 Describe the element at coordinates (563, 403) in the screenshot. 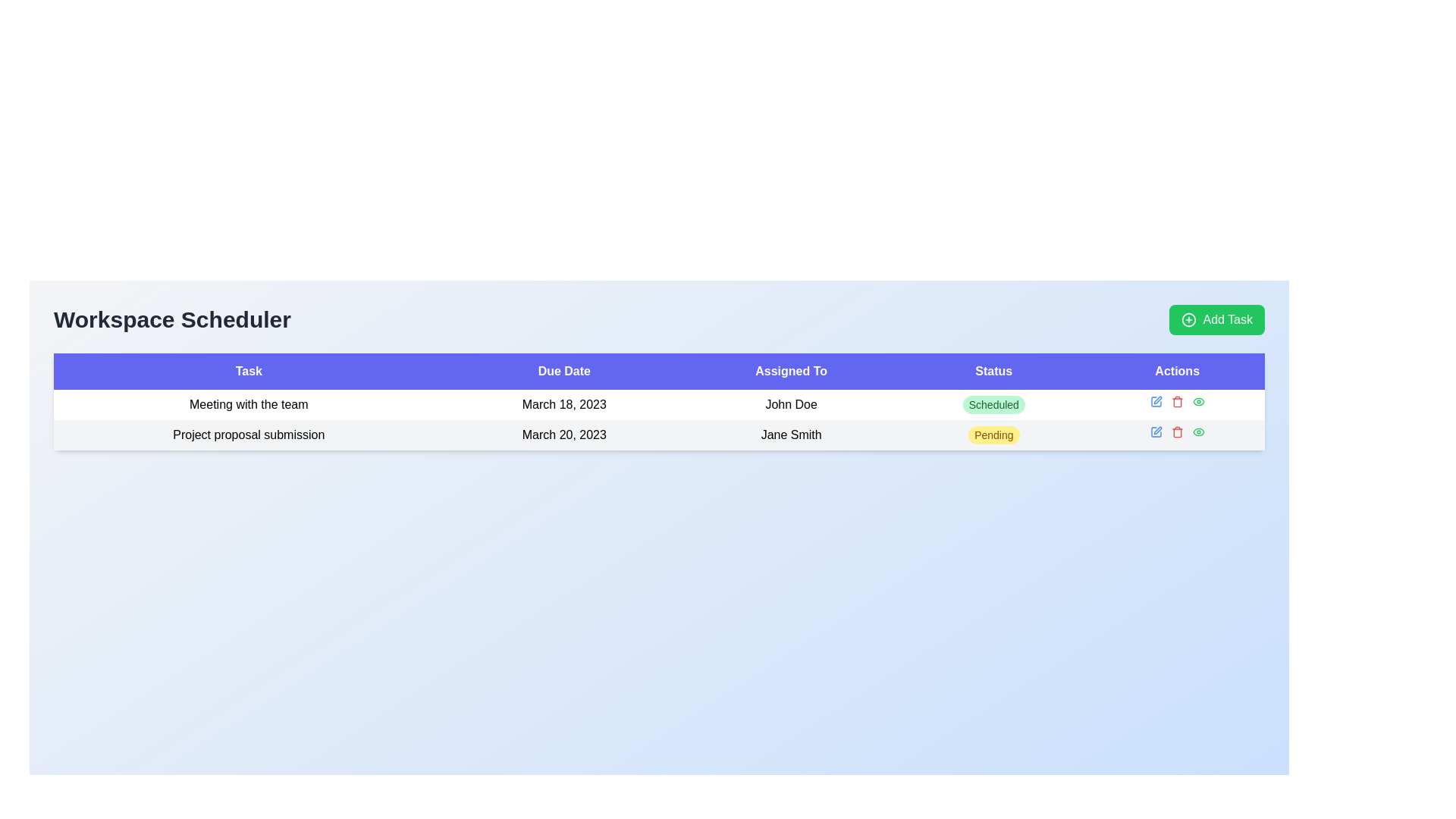

I see `the due date text display element indicating 'March 18, 2023' in the first row of the table under the 'Due Date' column` at that location.